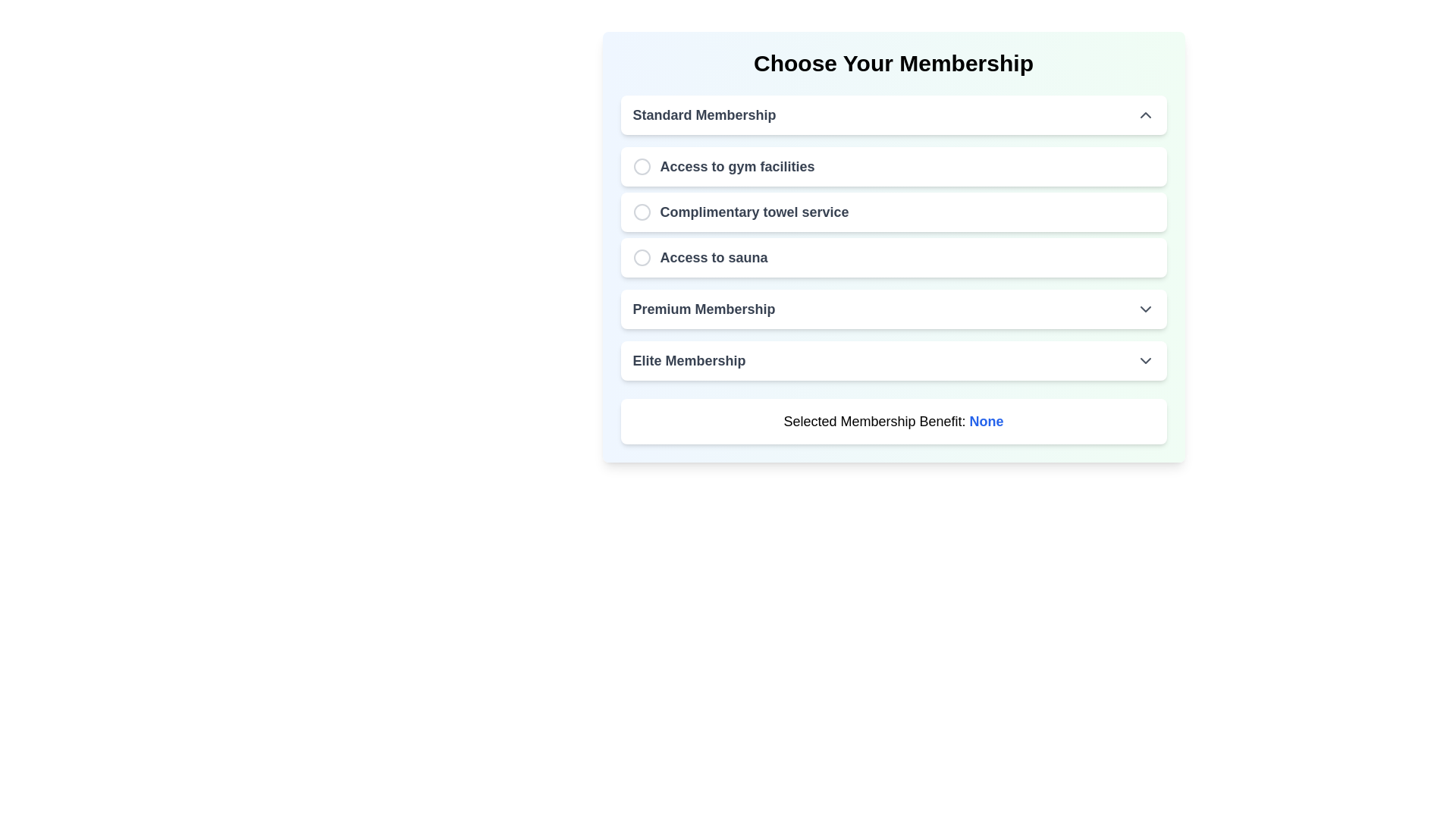 This screenshot has width=1456, height=819. I want to click on the state of the Chevron indicator icon located at the far-right end of the 'Standard Membership' section header, so click(1145, 114).